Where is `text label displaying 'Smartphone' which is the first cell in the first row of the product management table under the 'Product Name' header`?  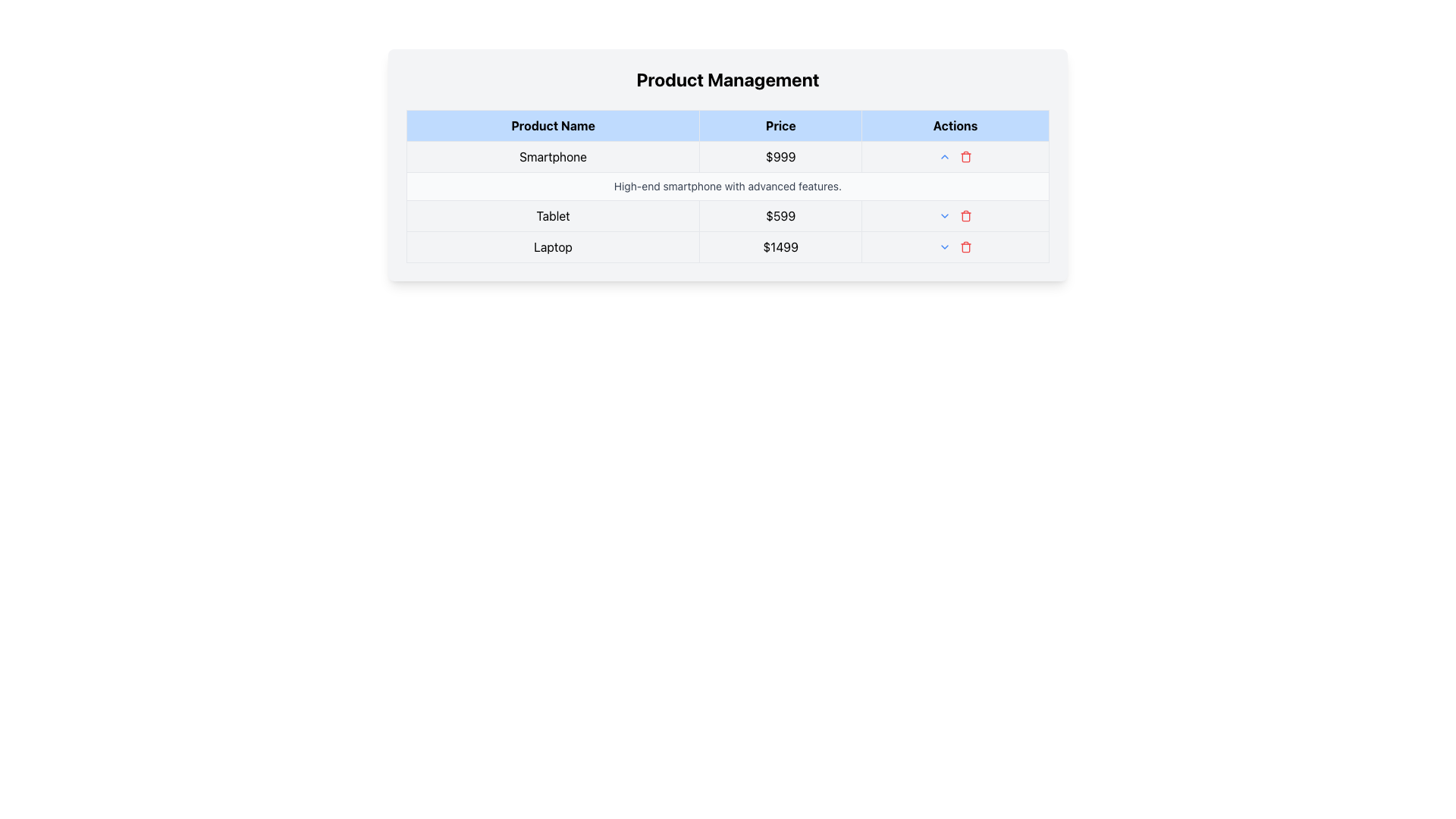 text label displaying 'Smartphone' which is the first cell in the first row of the product management table under the 'Product Name' header is located at coordinates (552, 157).